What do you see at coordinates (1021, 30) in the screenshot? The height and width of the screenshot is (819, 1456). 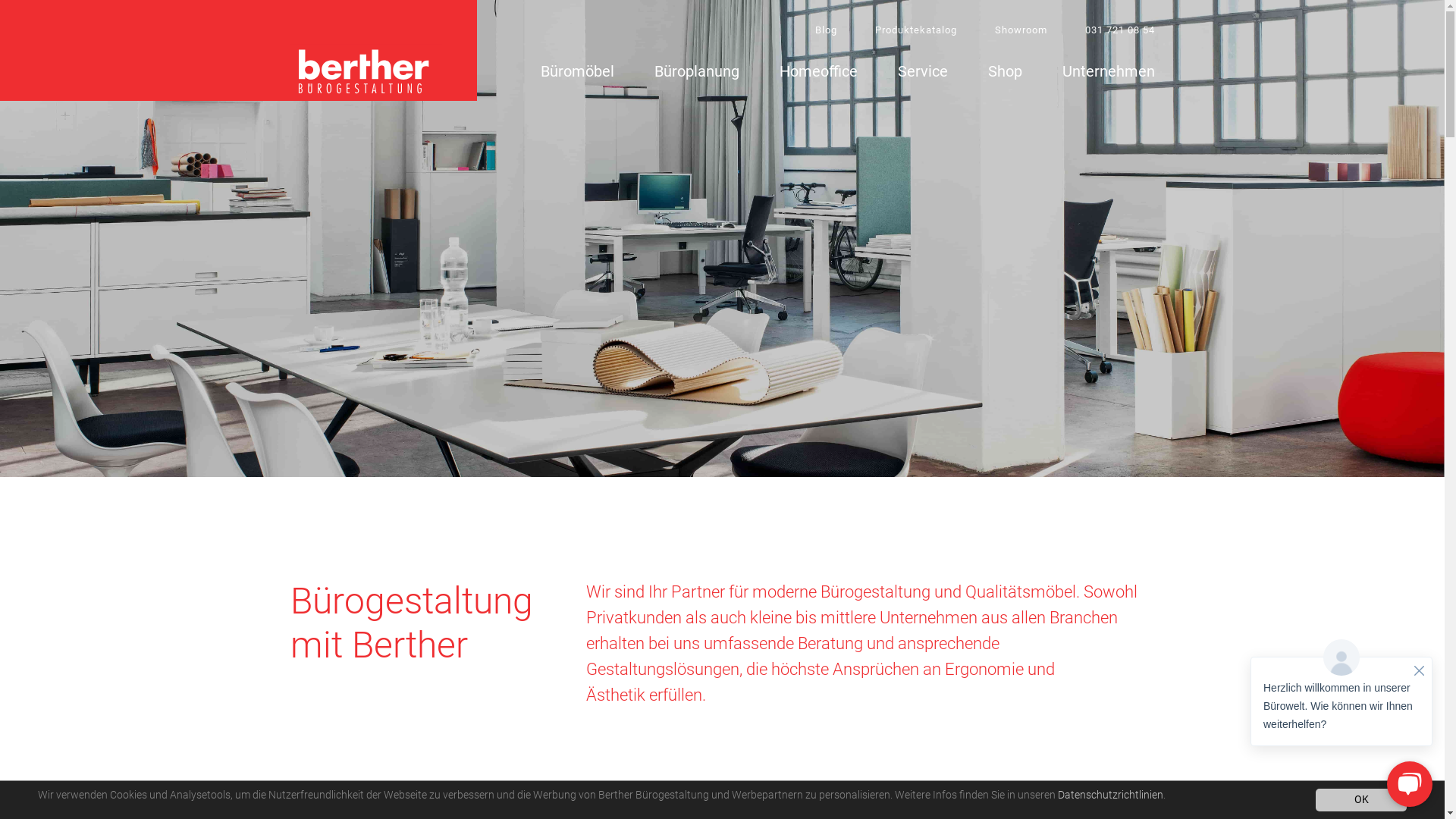 I see `'Showroom'` at bounding box center [1021, 30].